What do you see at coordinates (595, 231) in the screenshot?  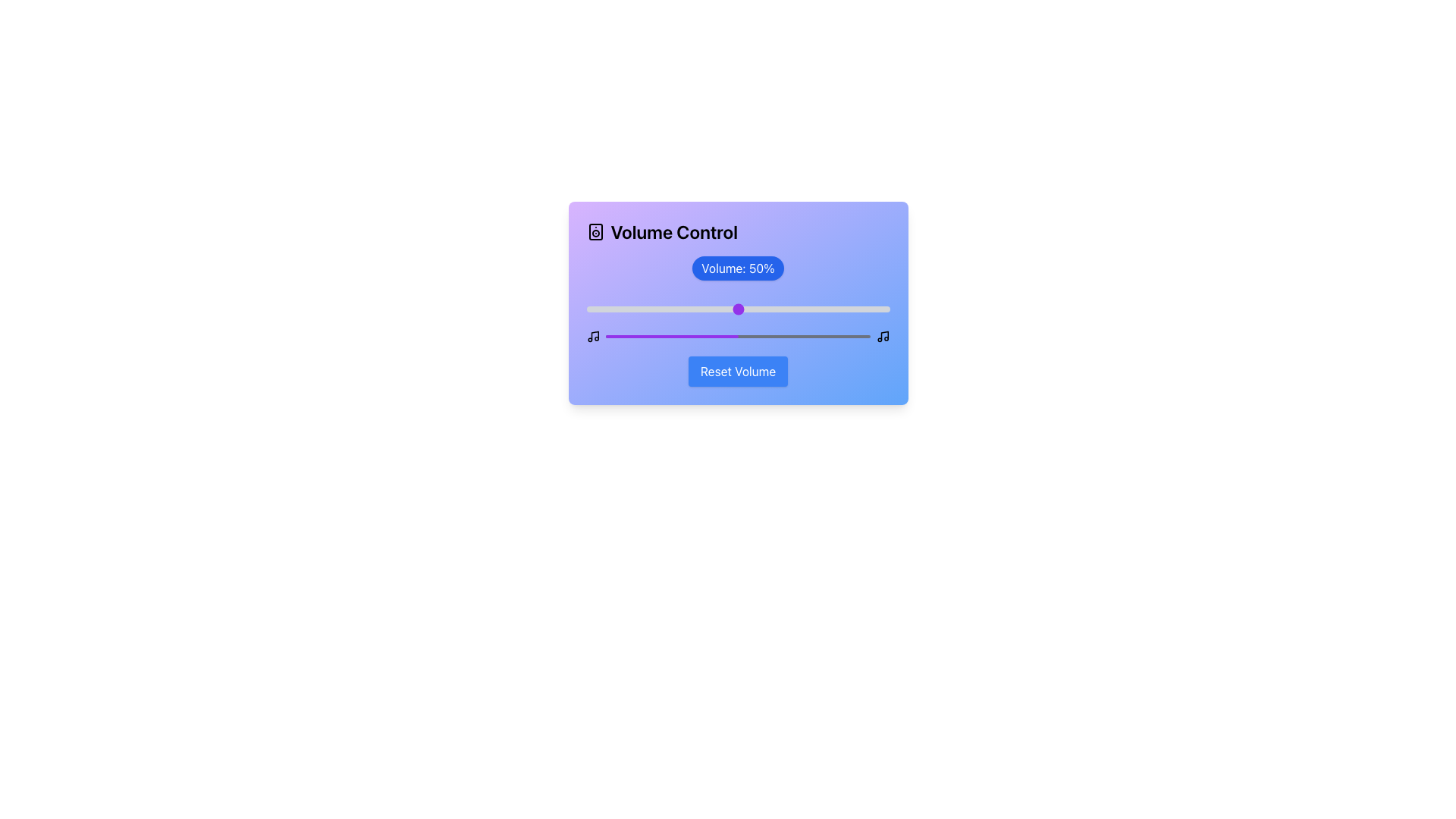 I see `the speaker icon located to the left of the 'Volume Control' text in the title section at the top-left corner of the main card interface` at bounding box center [595, 231].